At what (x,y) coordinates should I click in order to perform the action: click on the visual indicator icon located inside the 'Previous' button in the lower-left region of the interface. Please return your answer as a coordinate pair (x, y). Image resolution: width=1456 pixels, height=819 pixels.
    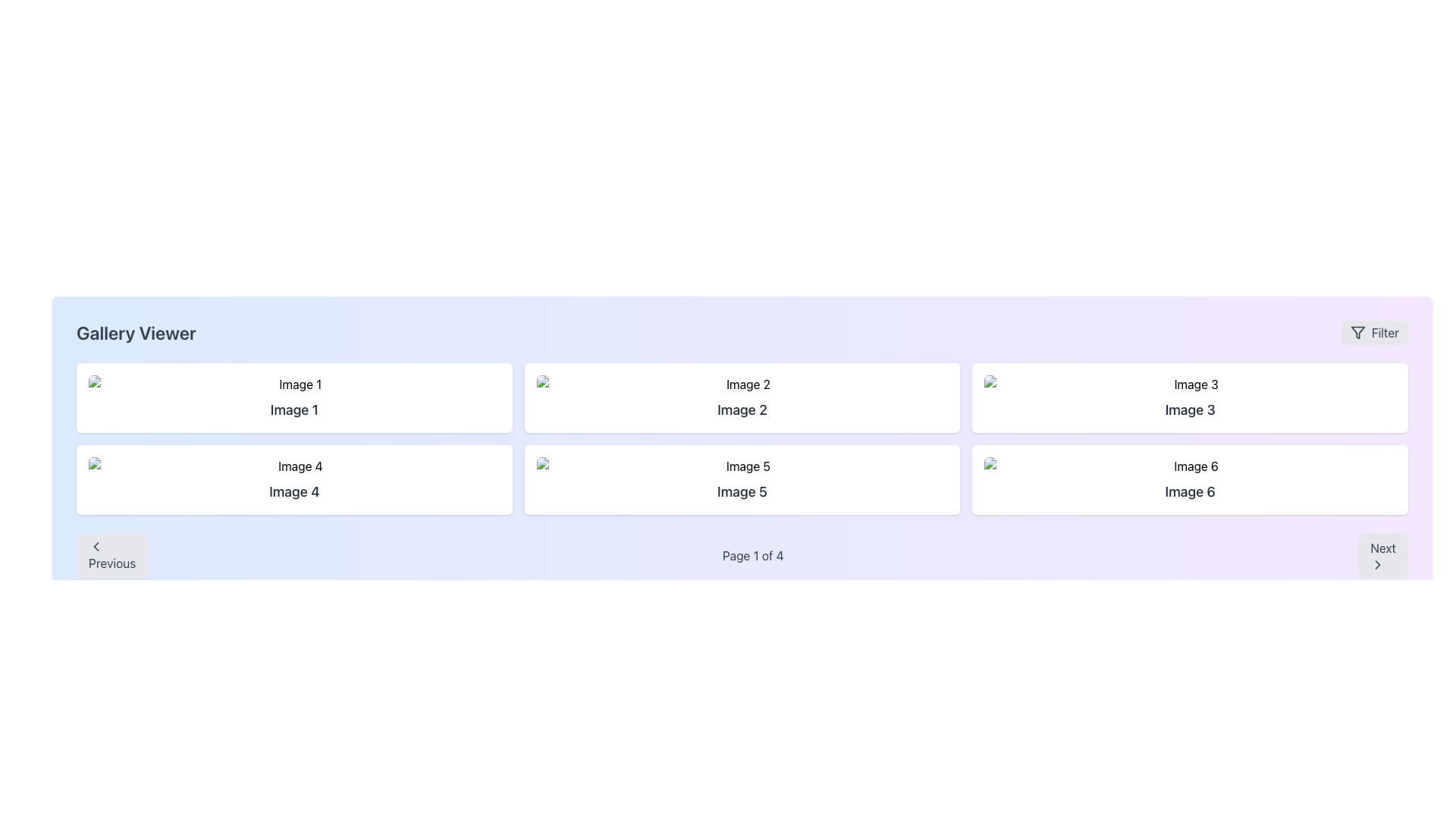
    Looking at the image, I should click on (95, 547).